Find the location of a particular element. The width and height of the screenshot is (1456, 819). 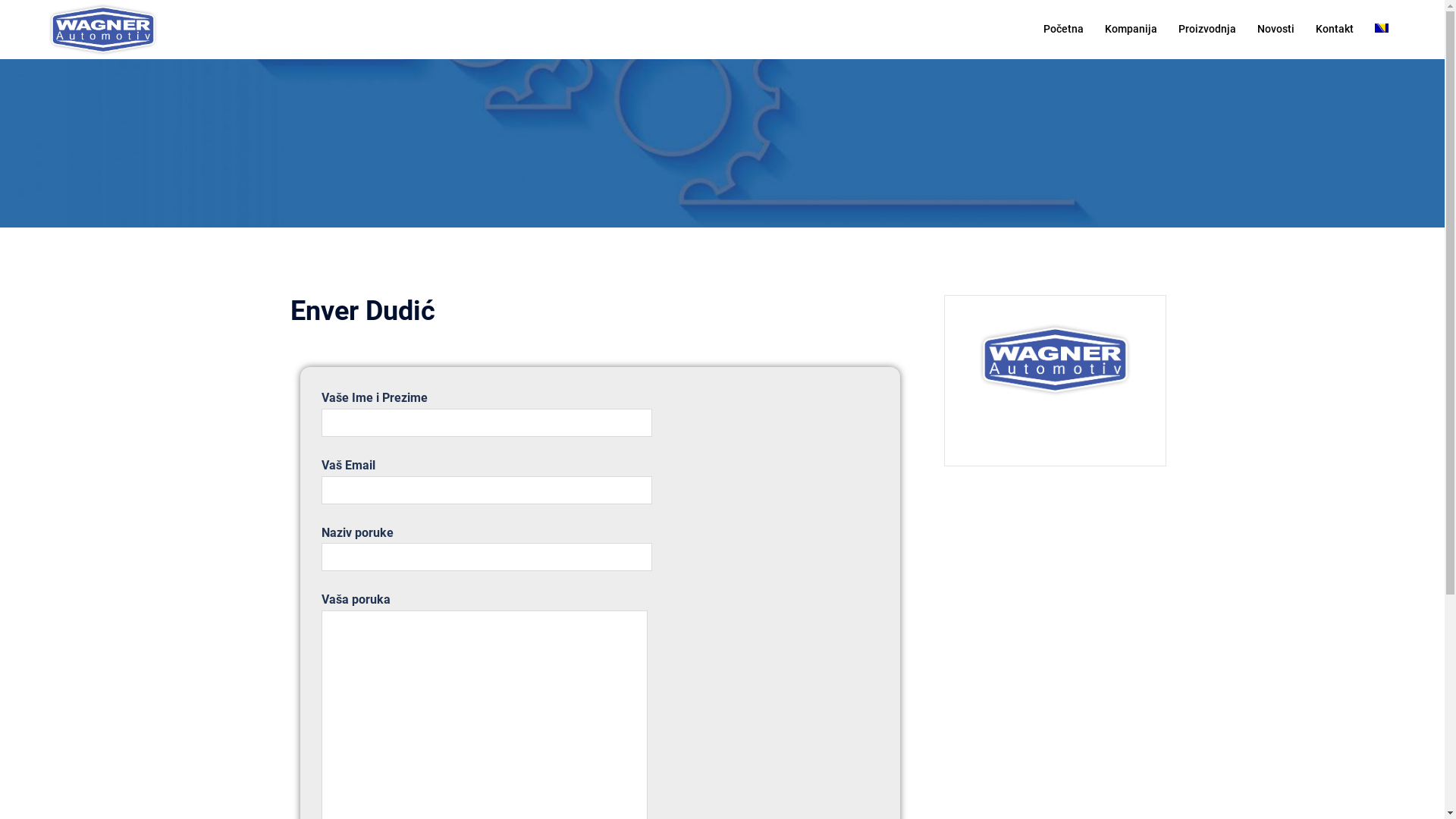

'Kontakt' is located at coordinates (1335, 29).